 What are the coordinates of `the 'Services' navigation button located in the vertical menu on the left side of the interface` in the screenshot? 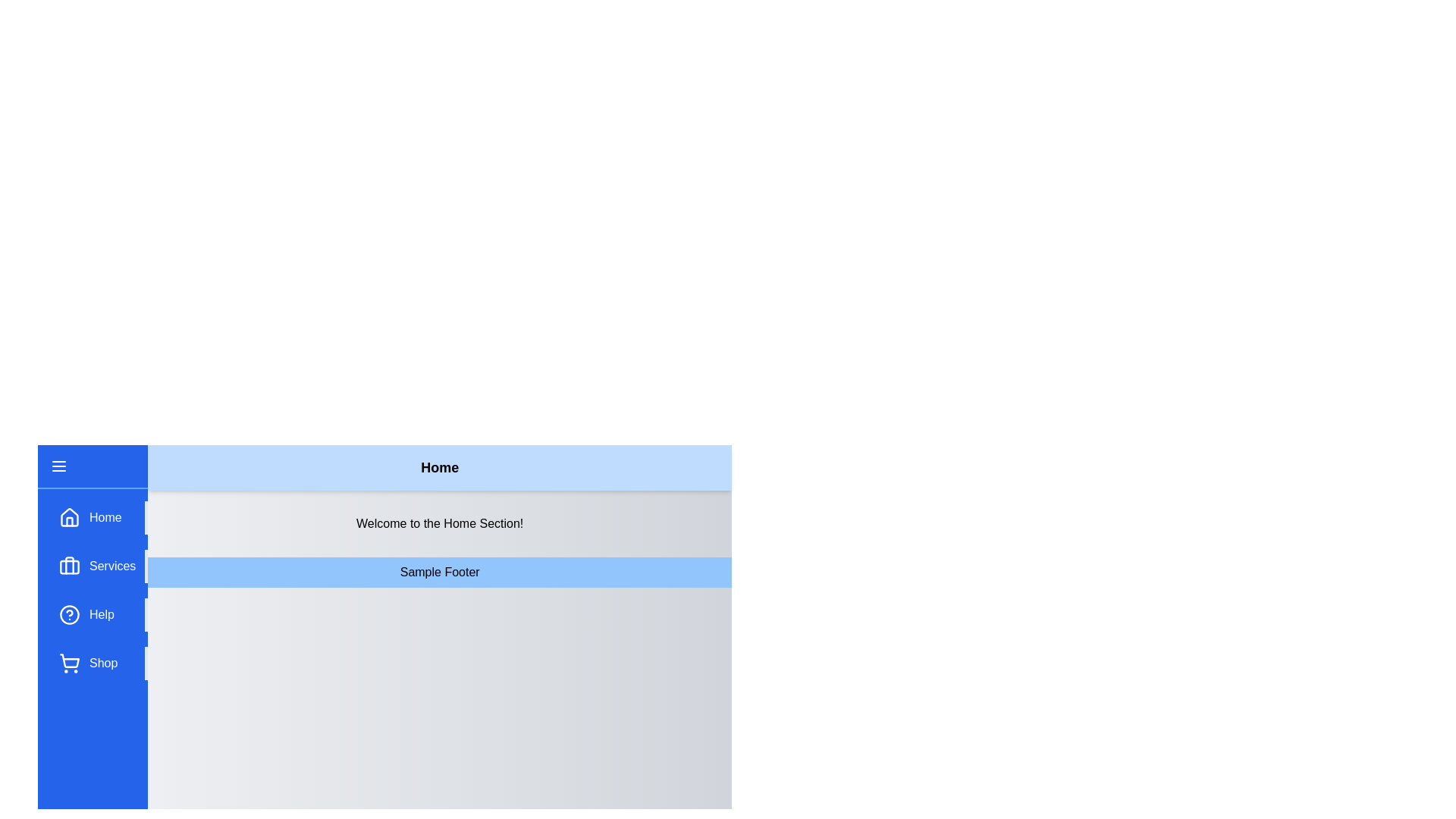 It's located at (98, 566).